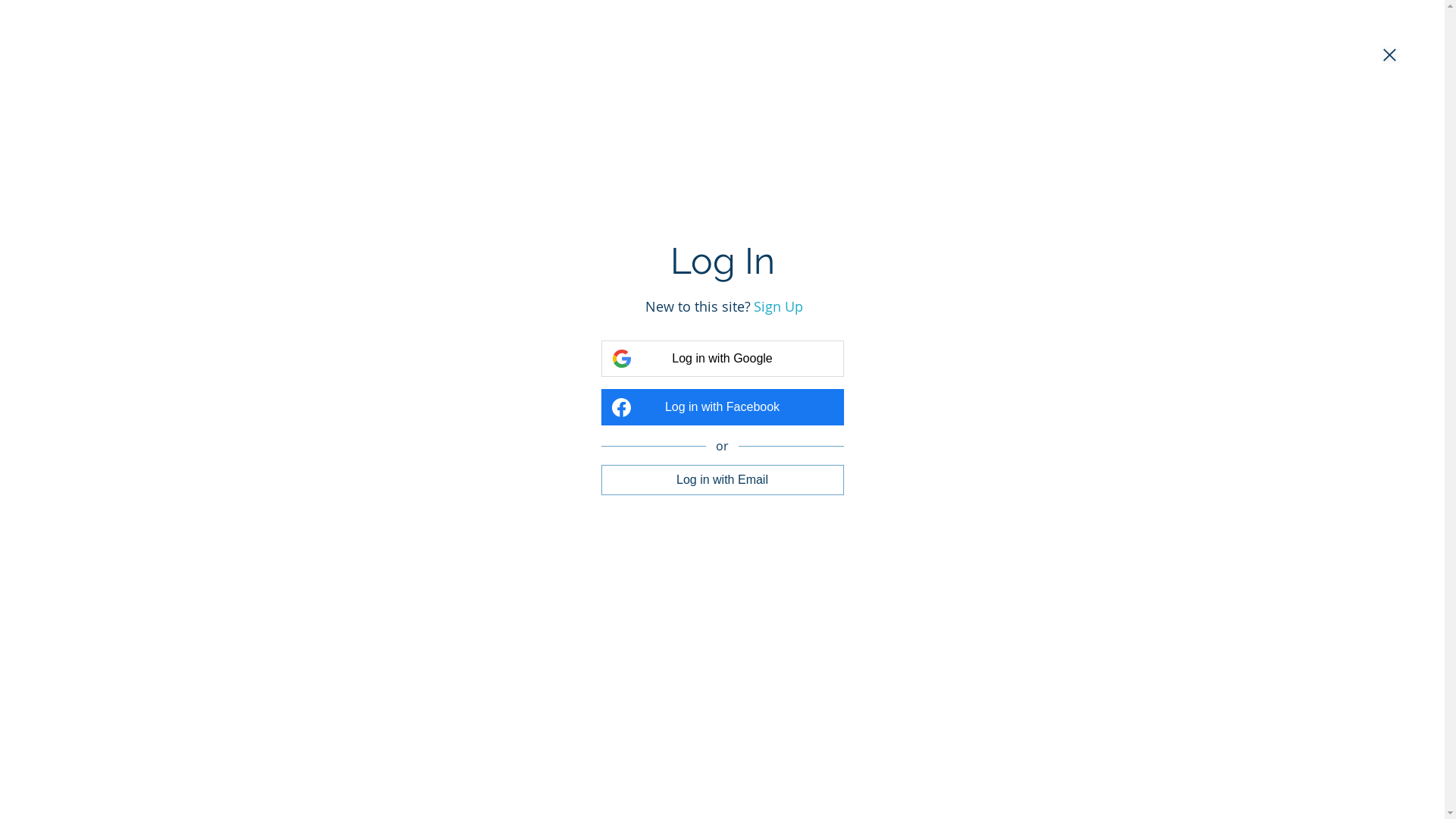  Describe the element at coordinates (720, 359) in the screenshot. I see `'Log in with Google'` at that location.